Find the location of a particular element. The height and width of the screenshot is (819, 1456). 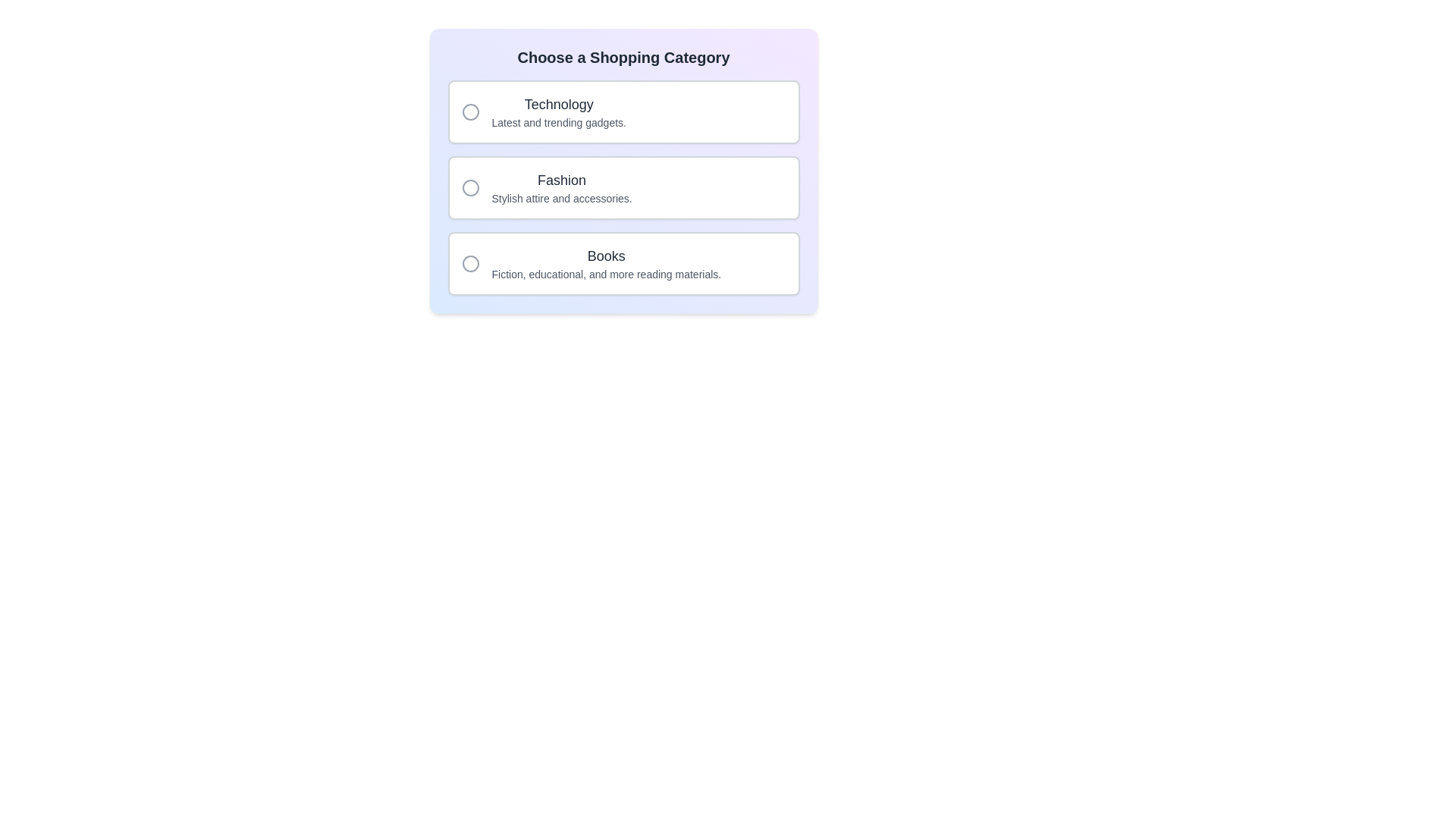

the 'Fashion' text label, which is styled in a bold and large font and located within the second option of the 'Choose a Shopping Category' section is located at coordinates (561, 180).